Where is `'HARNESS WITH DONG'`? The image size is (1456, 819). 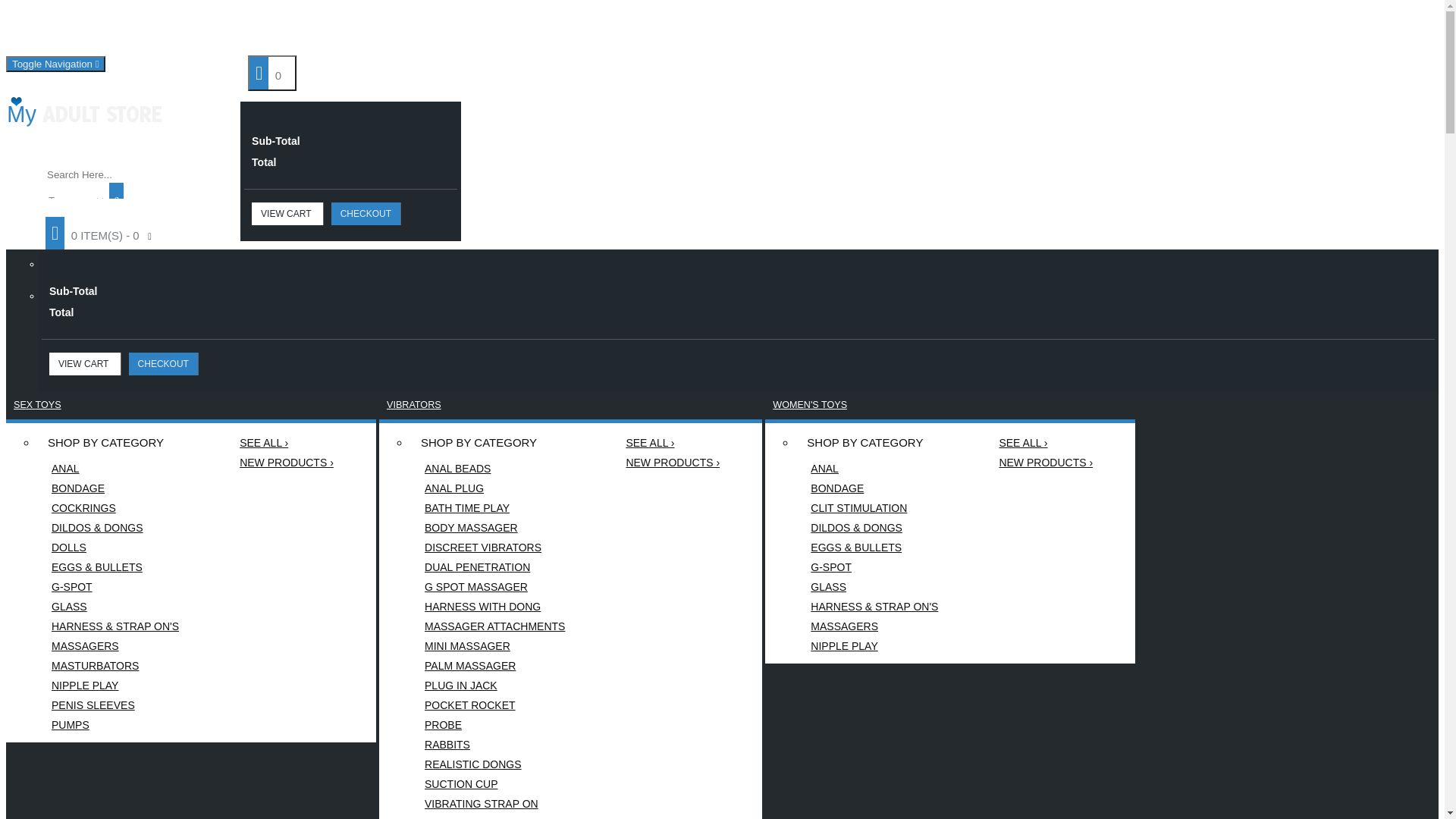
'HARNESS WITH DONG' is located at coordinates (494, 605).